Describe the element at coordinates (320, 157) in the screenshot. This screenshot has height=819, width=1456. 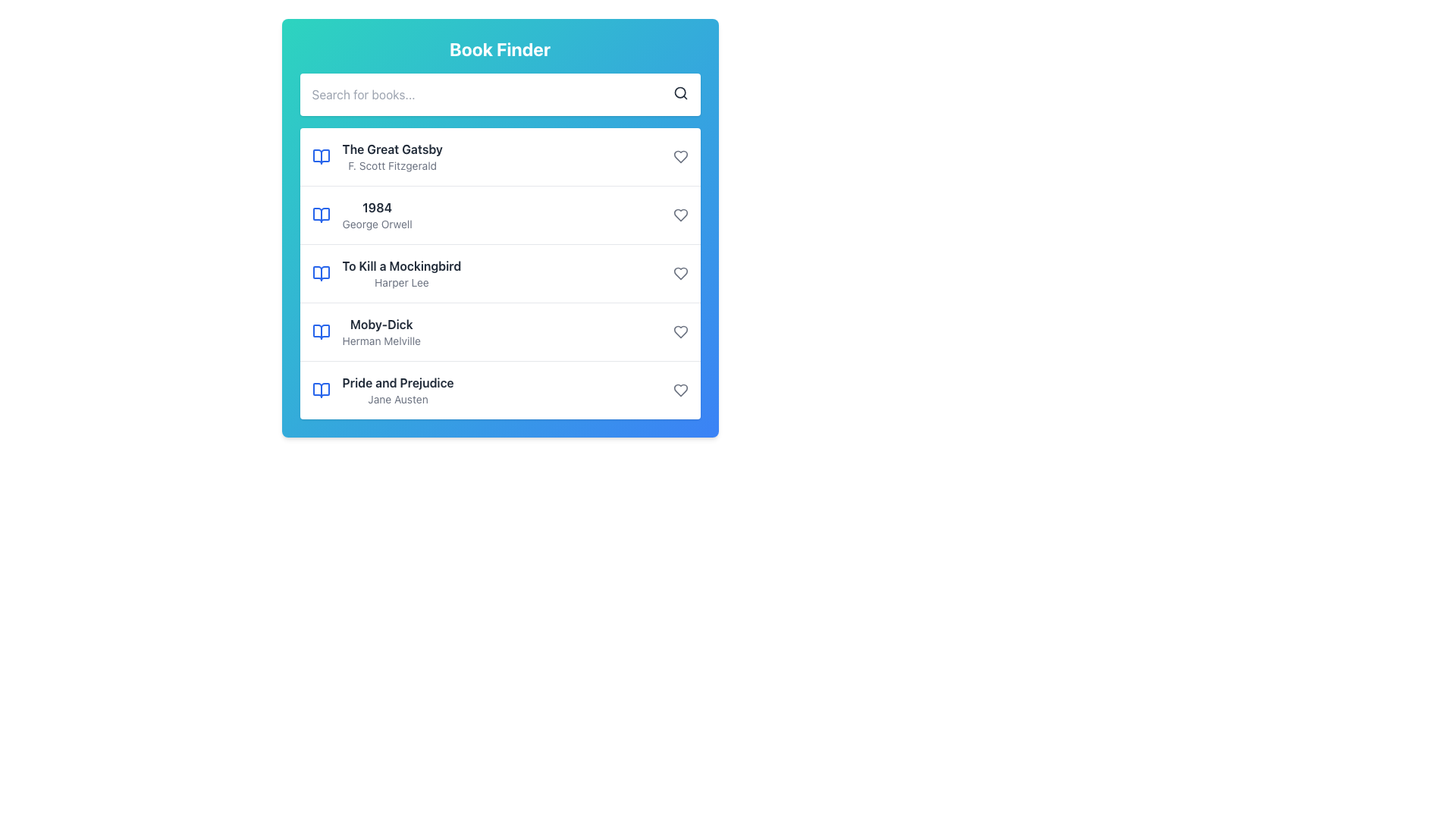
I see `the first book icon in the vertical list under the 'Book Finder' header, which is immediately to the left of the title-text 'The Great Gatsby'` at that location.